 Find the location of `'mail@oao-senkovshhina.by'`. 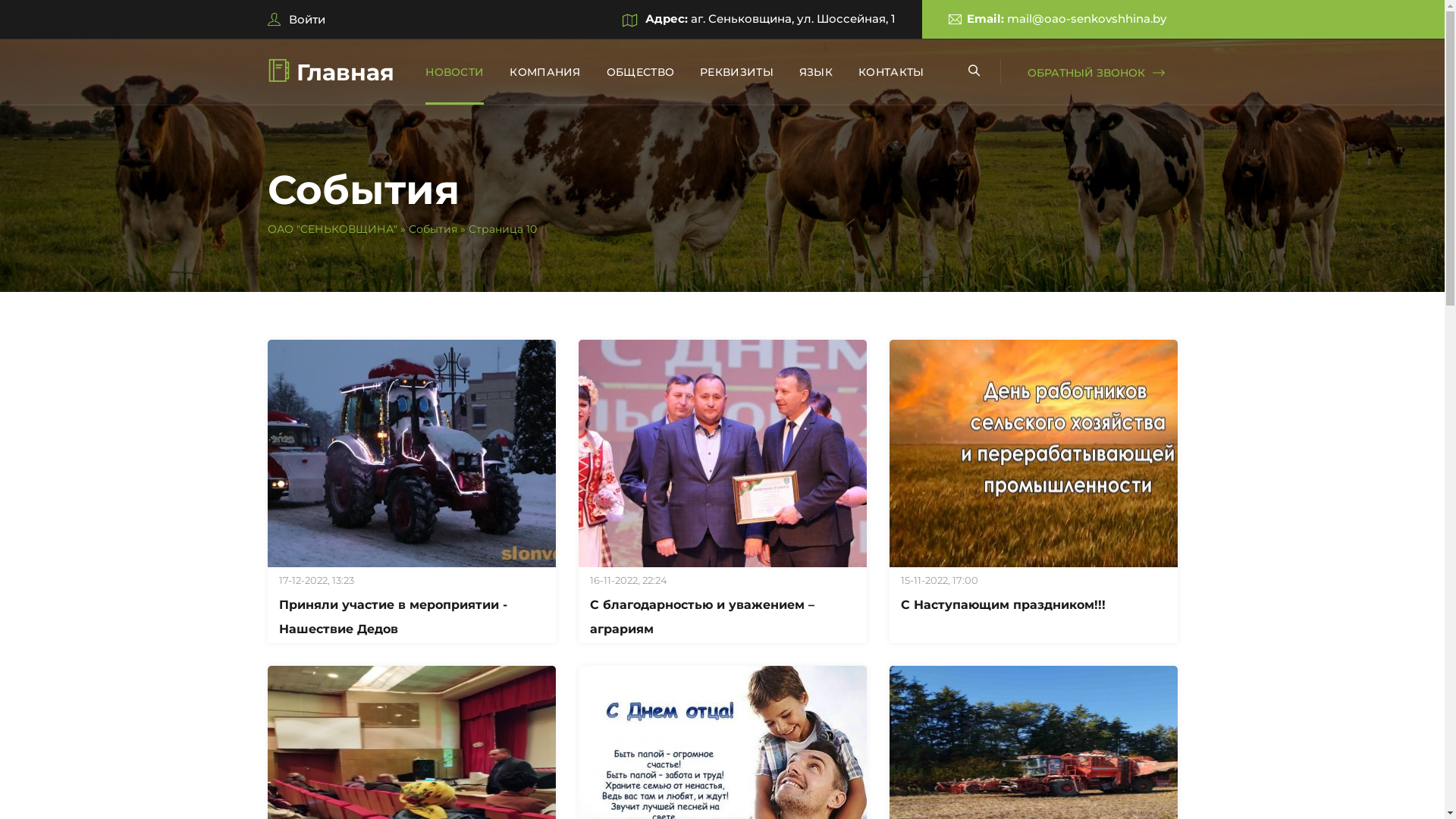

'mail@oao-senkovshhina.by' is located at coordinates (1086, 18).